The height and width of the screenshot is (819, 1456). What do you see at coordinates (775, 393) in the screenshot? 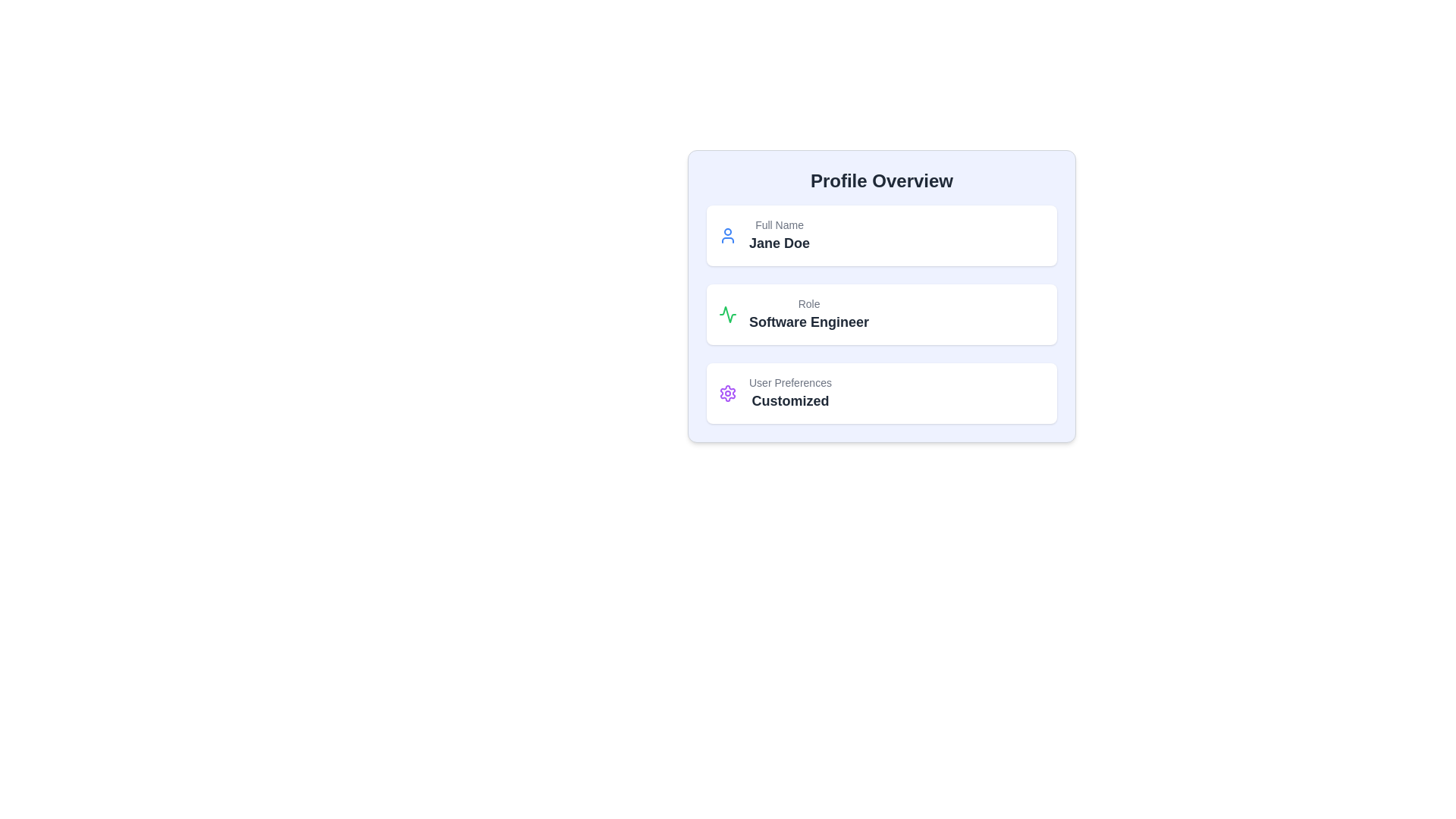
I see `the purple cogwheel icon or the text 'User Preferences' or 'Customized' in the Information display, which is the third item in a vertically stacked list at the bottom` at bounding box center [775, 393].